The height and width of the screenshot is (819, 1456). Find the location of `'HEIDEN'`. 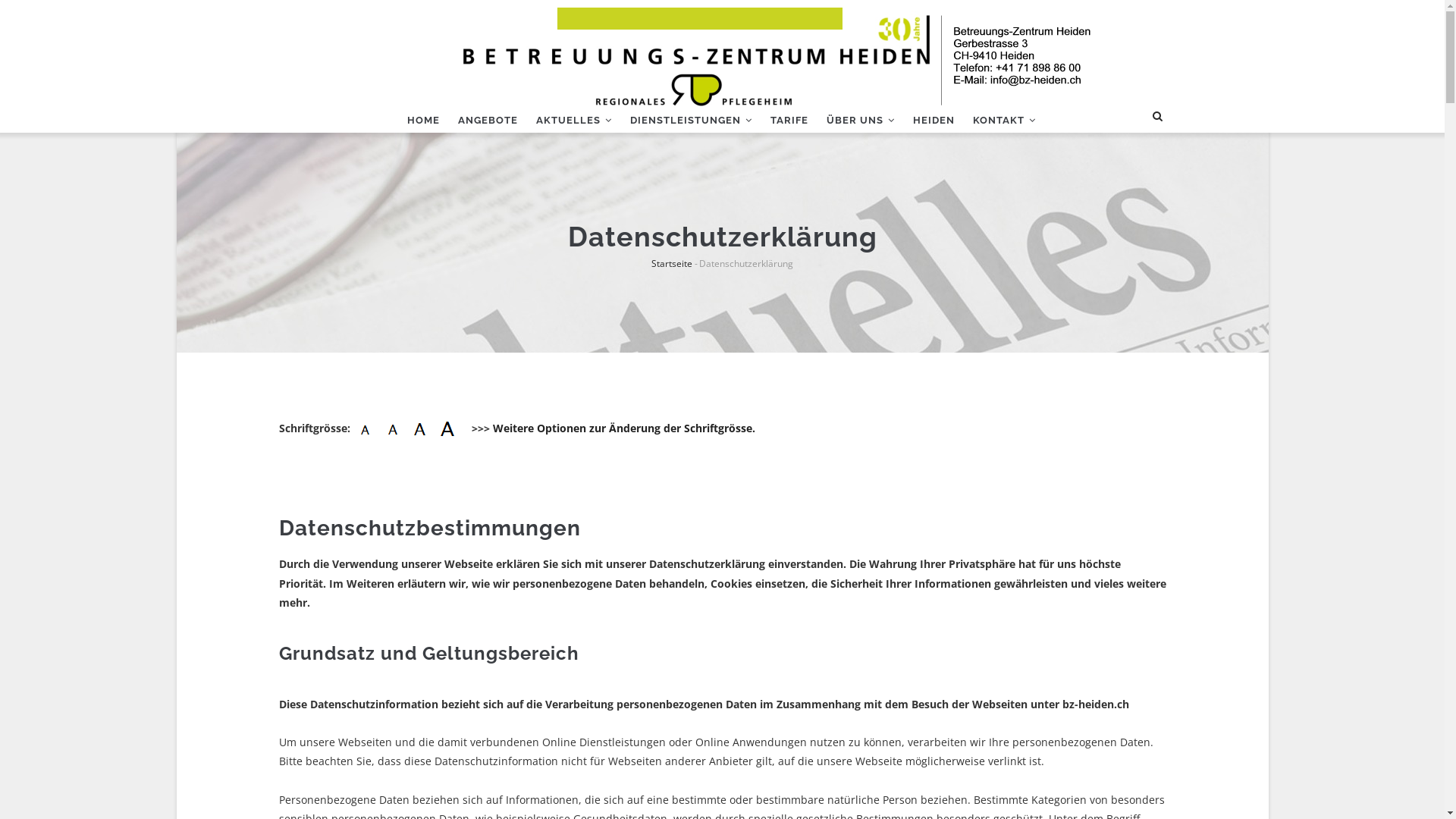

'HEIDEN' is located at coordinates (933, 119).